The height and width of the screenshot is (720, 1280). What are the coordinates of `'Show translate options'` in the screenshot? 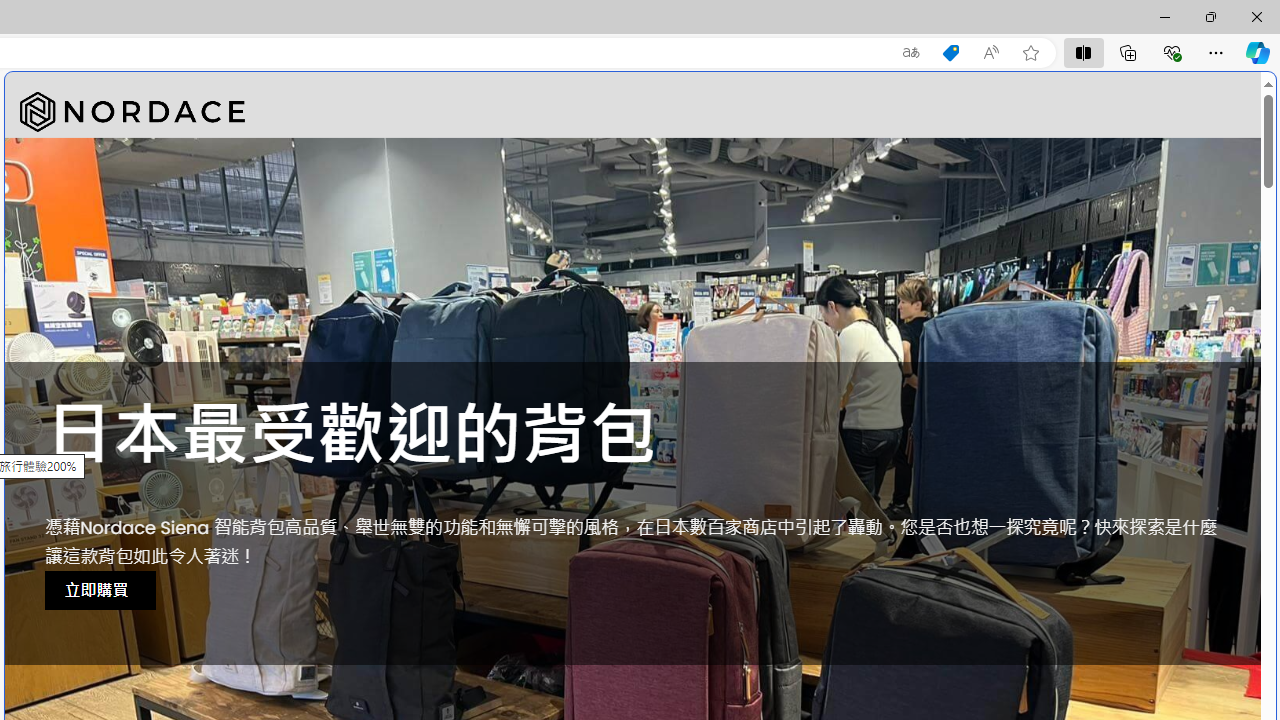 It's located at (909, 52).